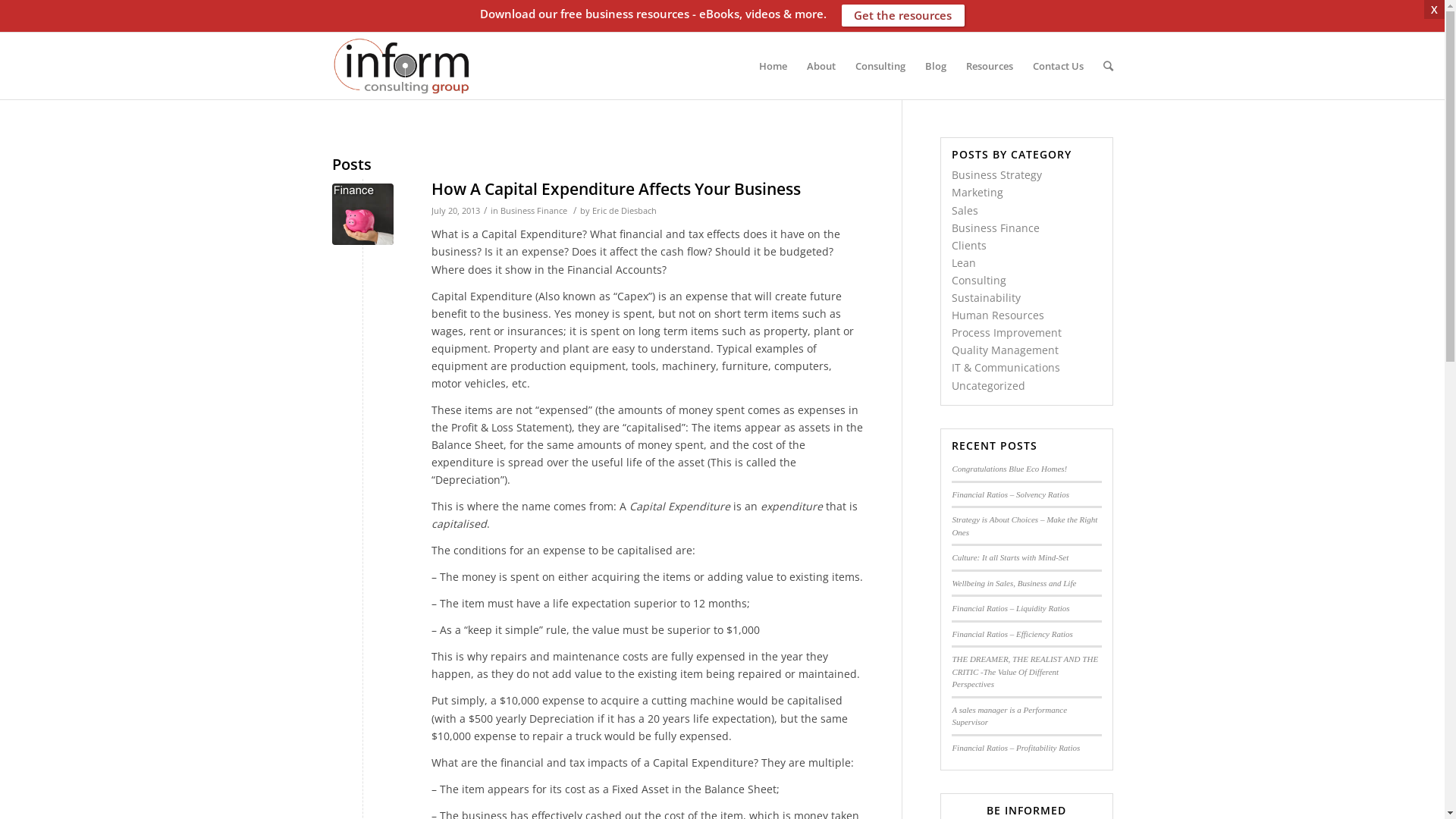 Image resolution: width=1456 pixels, height=819 pixels. I want to click on 'Culture: It all Starts with Mind-Set', so click(1010, 557).